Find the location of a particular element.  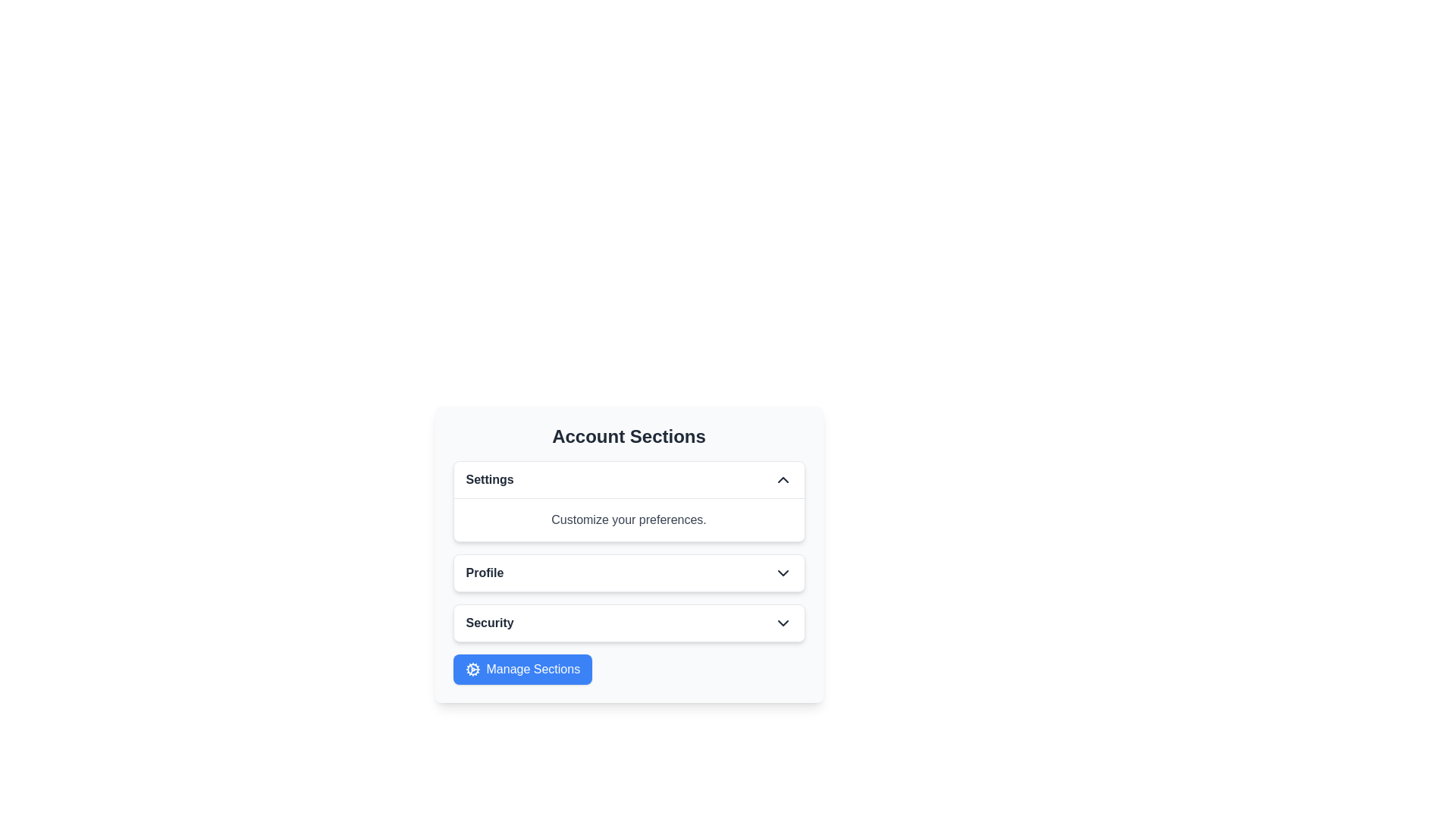

the collapsible section header for the 'Settings' menu located in the 'Account Sections' panel, enabling keyboard navigation is located at coordinates (629, 479).